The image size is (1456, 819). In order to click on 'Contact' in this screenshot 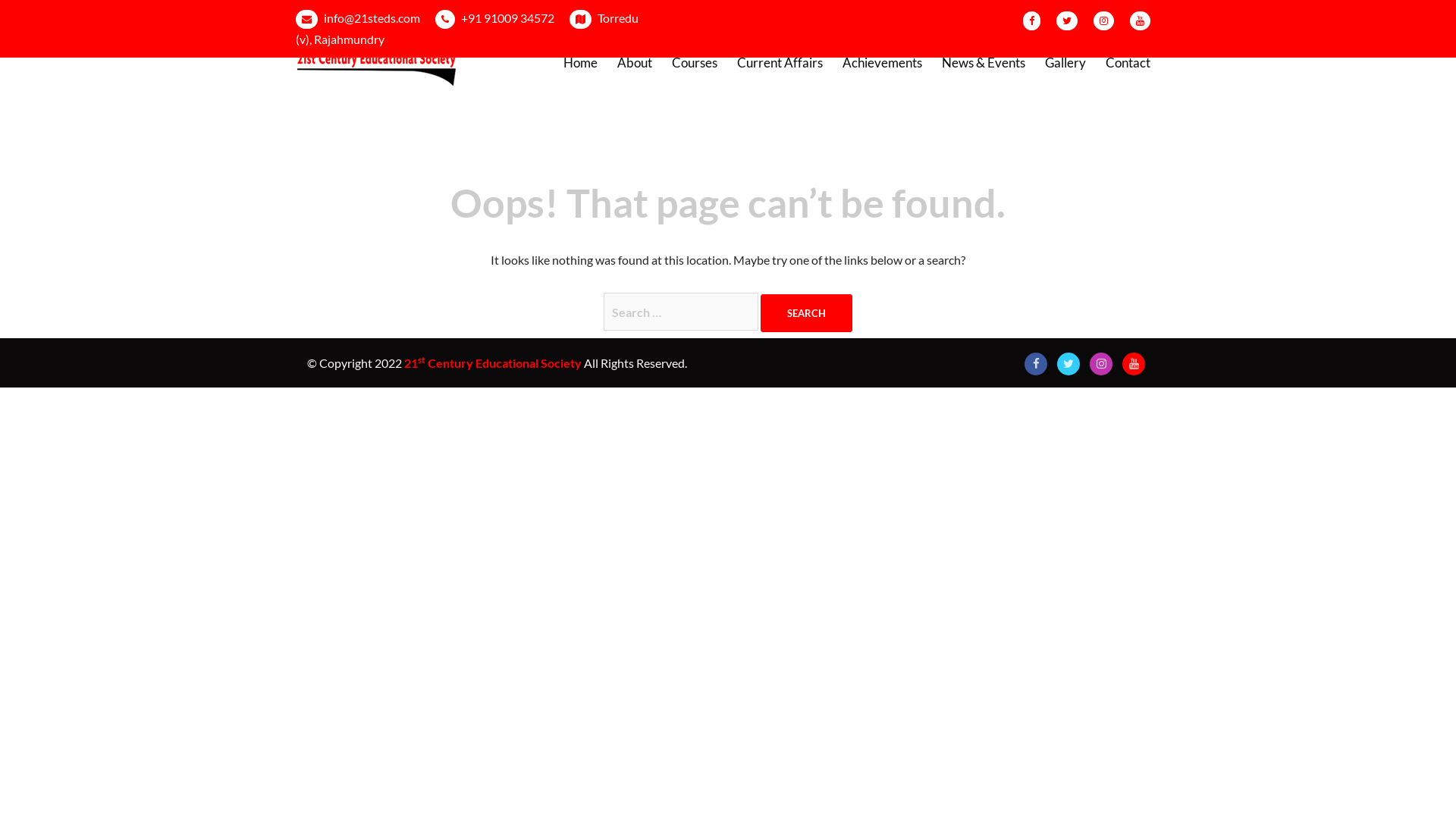, I will do `click(1128, 62)`.